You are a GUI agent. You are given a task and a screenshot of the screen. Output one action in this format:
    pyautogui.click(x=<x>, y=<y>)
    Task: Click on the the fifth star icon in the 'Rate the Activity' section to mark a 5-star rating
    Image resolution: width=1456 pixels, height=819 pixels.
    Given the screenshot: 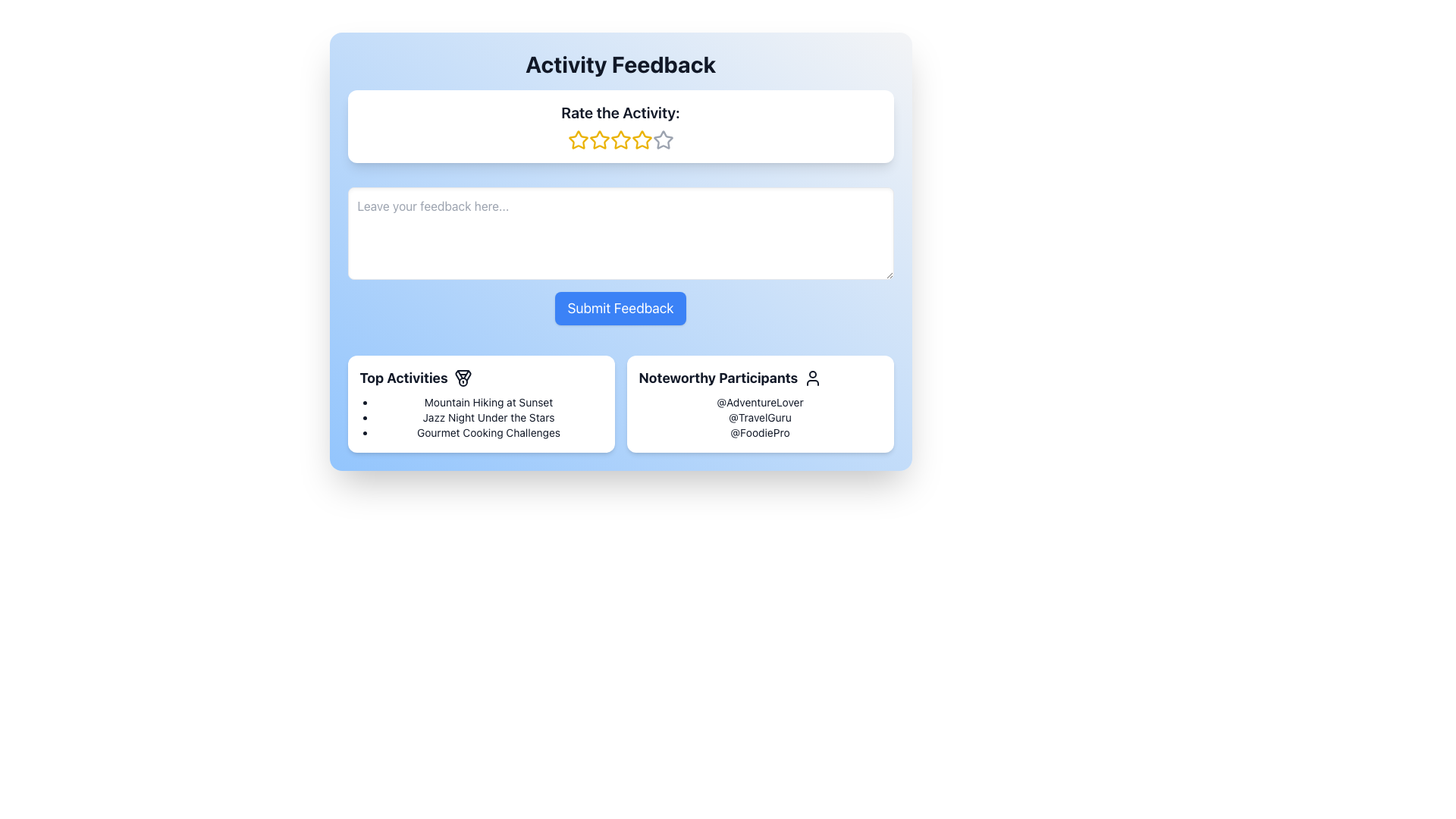 What is the action you would take?
    pyautogui.click(x=663, y=140)
    